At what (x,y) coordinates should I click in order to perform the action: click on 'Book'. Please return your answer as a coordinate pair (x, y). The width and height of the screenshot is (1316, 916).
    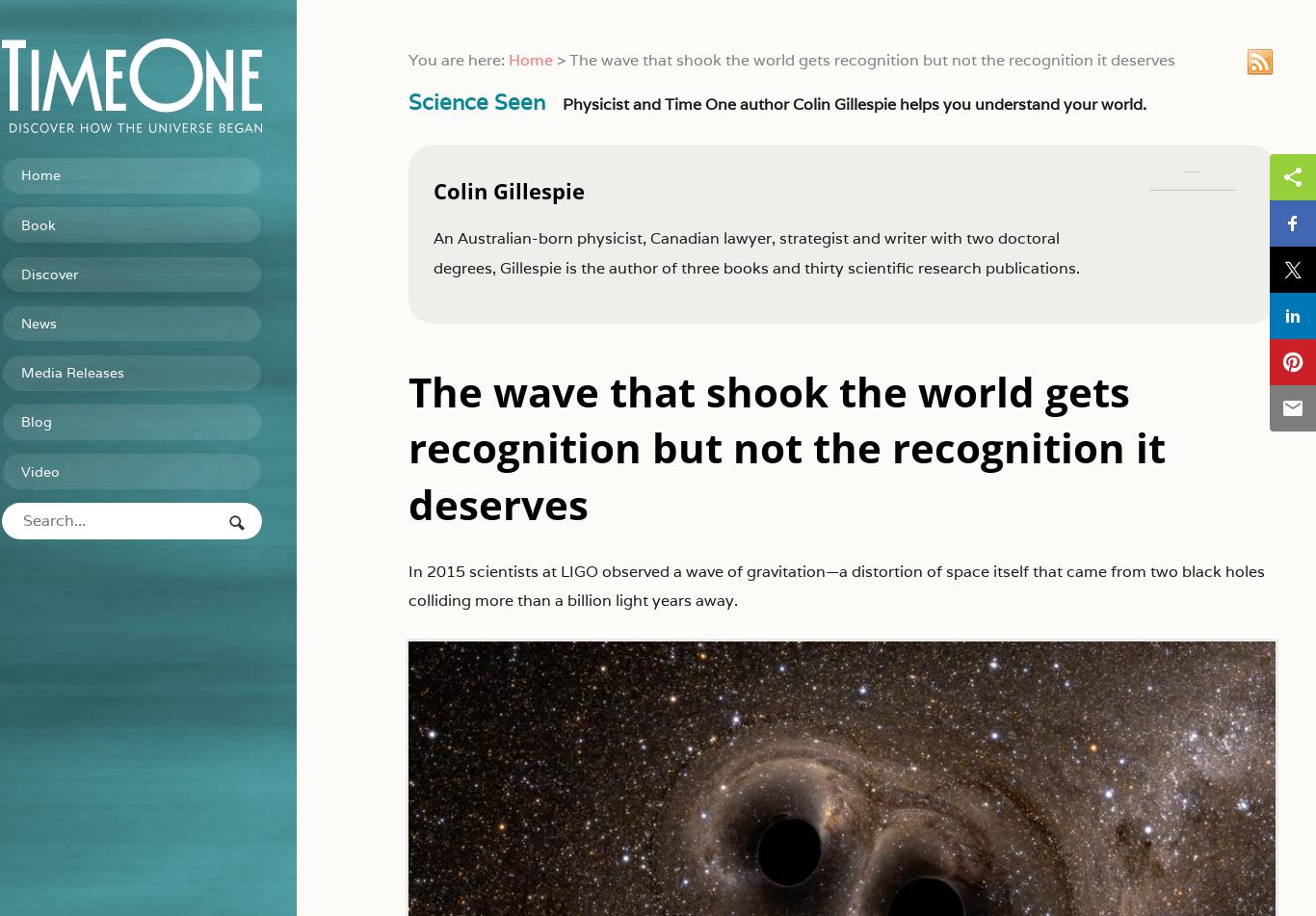
    Looking at the image, I should click on (69, 215).